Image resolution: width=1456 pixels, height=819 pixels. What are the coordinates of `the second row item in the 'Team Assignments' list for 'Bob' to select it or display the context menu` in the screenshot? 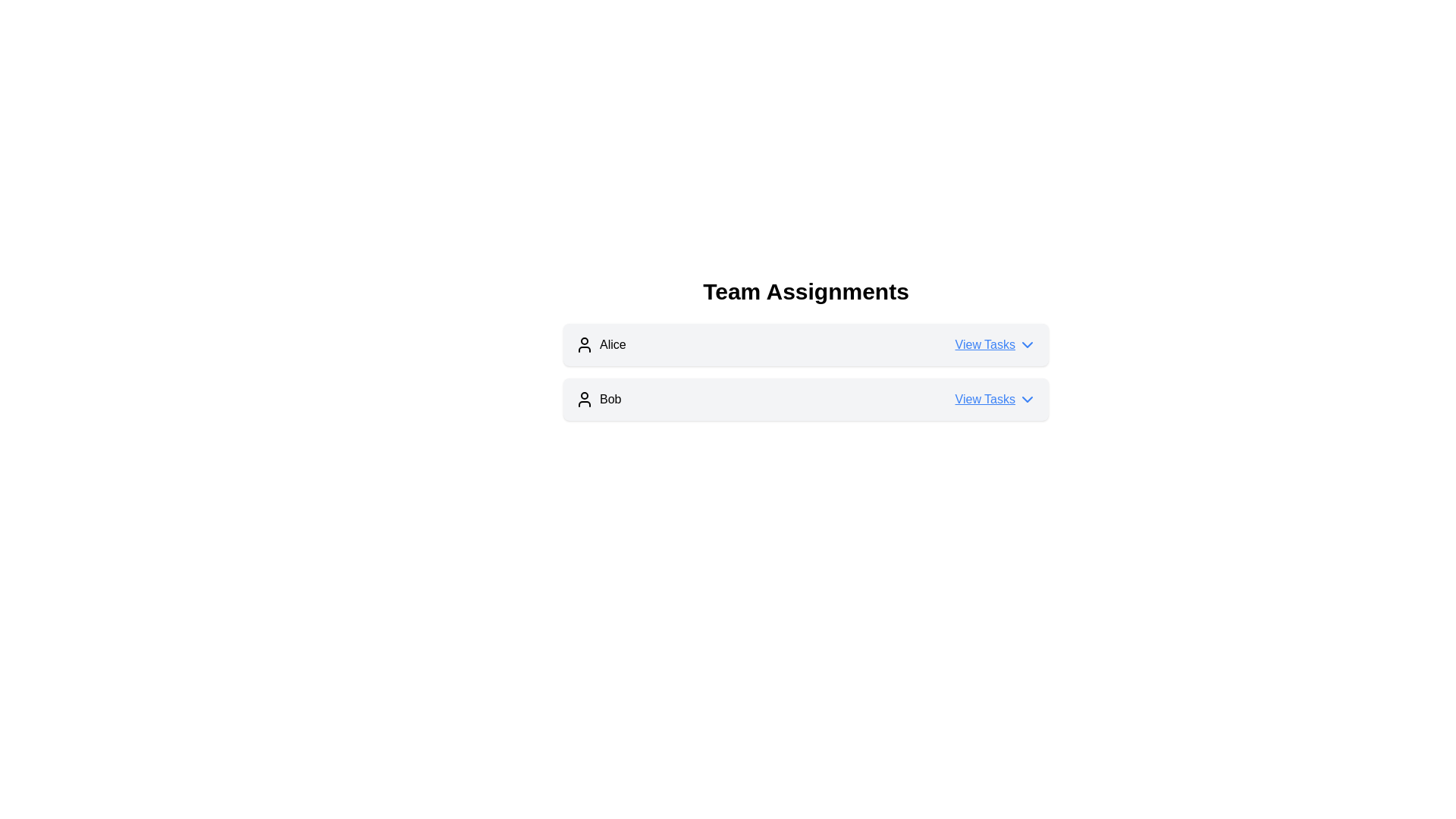 It's located at (805, 399).